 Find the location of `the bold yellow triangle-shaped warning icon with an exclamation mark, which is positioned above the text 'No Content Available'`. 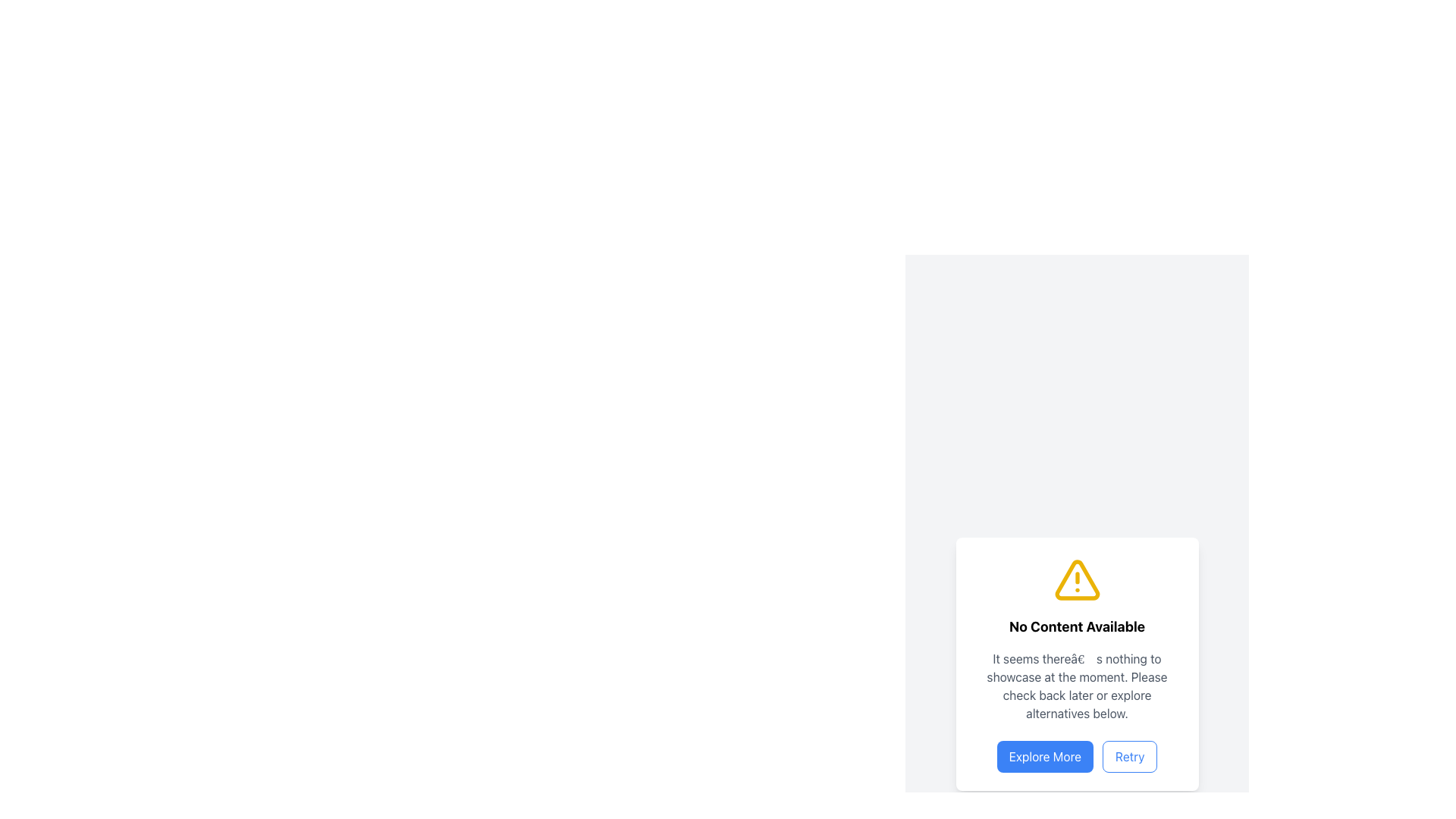

the bold yellow triangle-shaped warning icon with an exclamation mark, which is positioned above the text 'No Content Available' is located at coordinates (1076, 579).